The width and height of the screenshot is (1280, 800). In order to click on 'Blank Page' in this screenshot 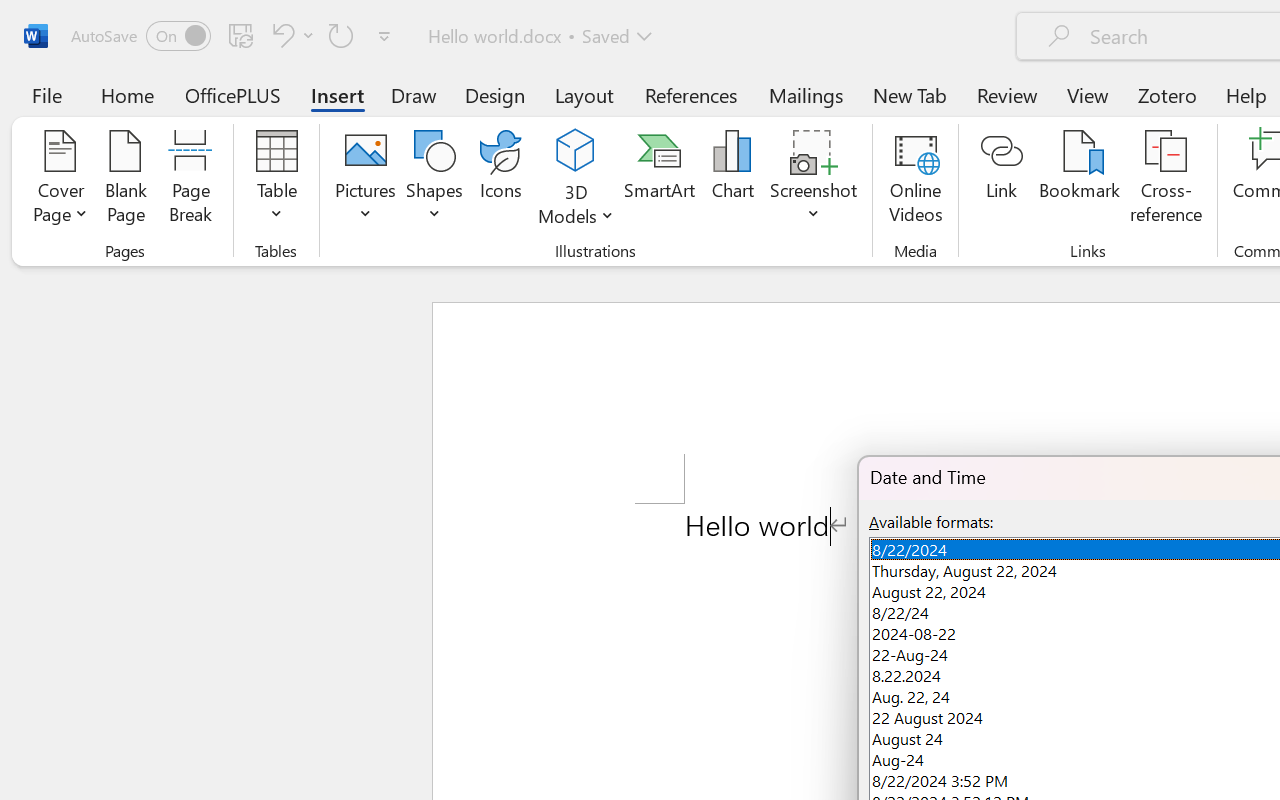, I will do `click(125, 179)`.